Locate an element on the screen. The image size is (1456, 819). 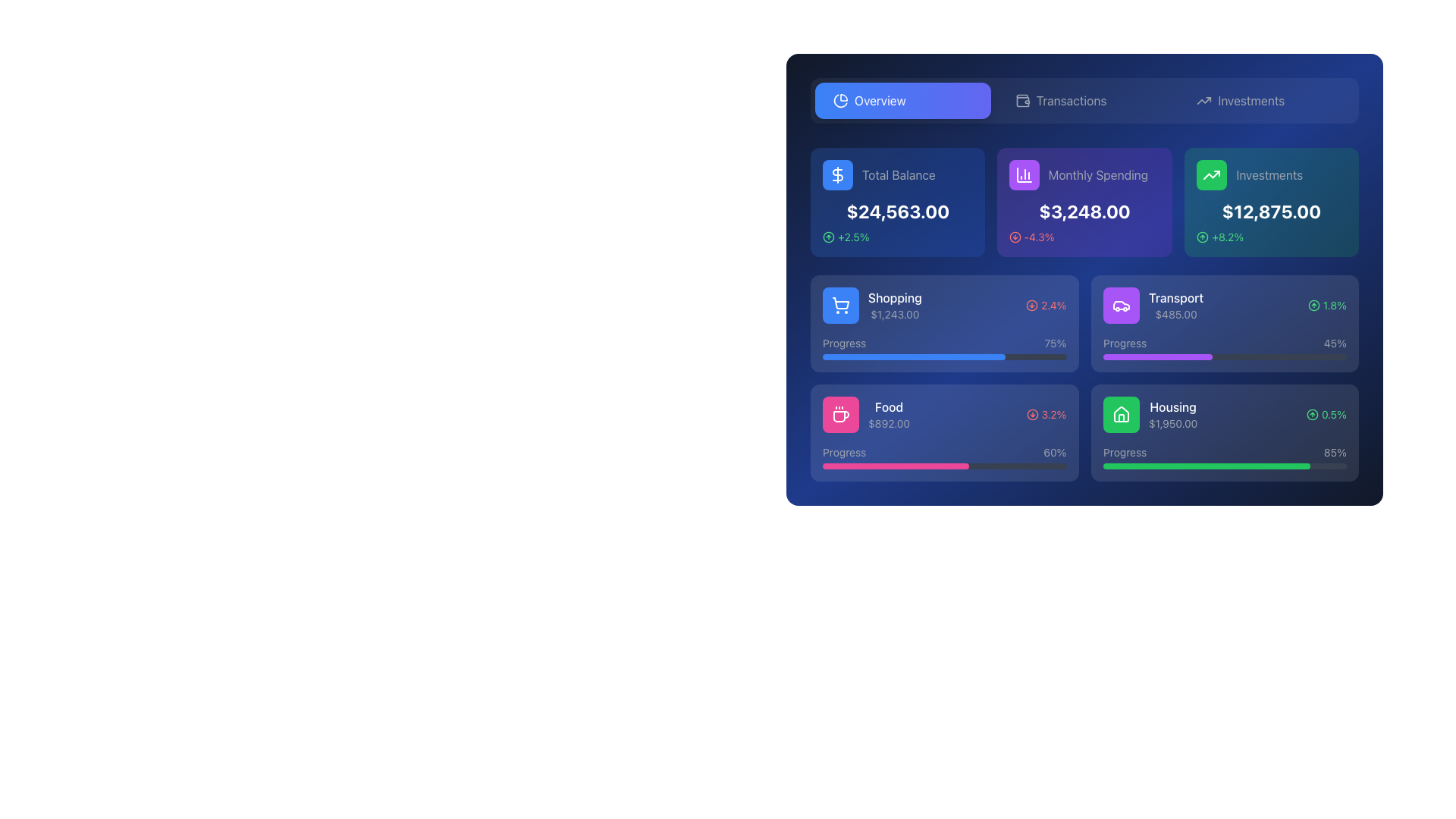
the text label displaying the amount '$1,243.00' in light gray color, located below the bold 'Shopping' label in the top-left card of the dashboard is located at coordinates (895, 314).